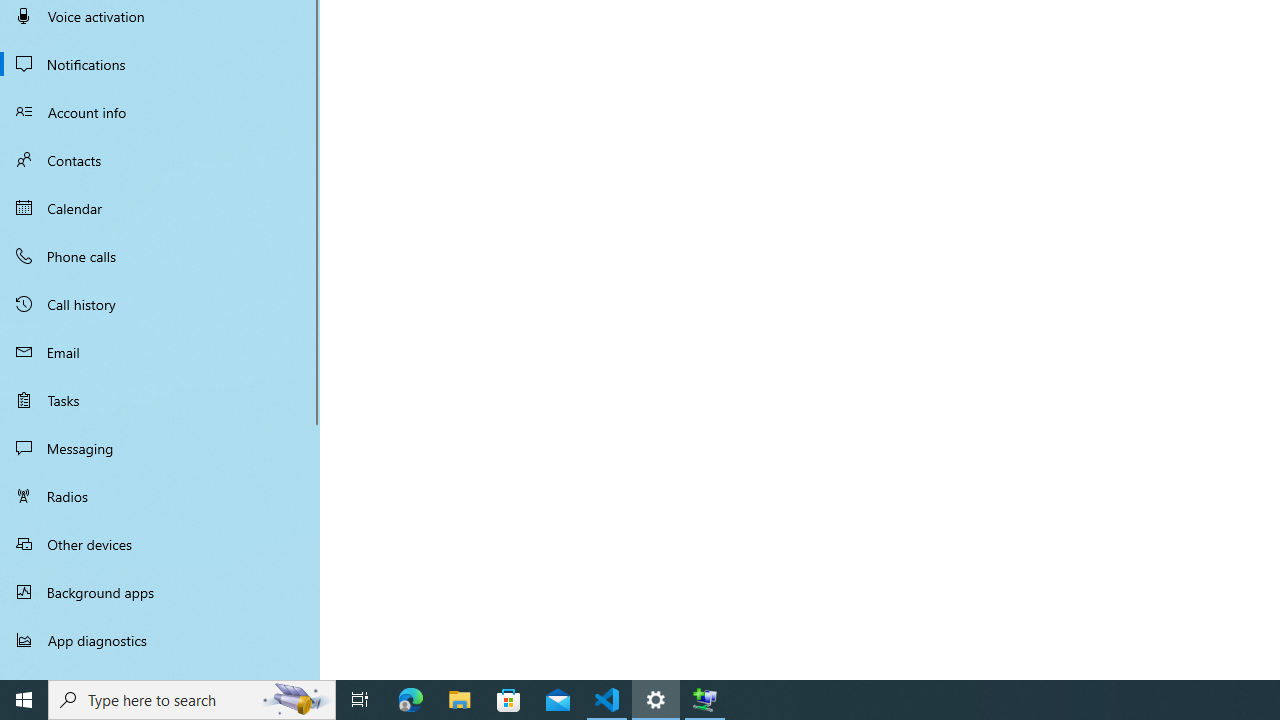  I want to click on 'Calendar', so click(160, 208).